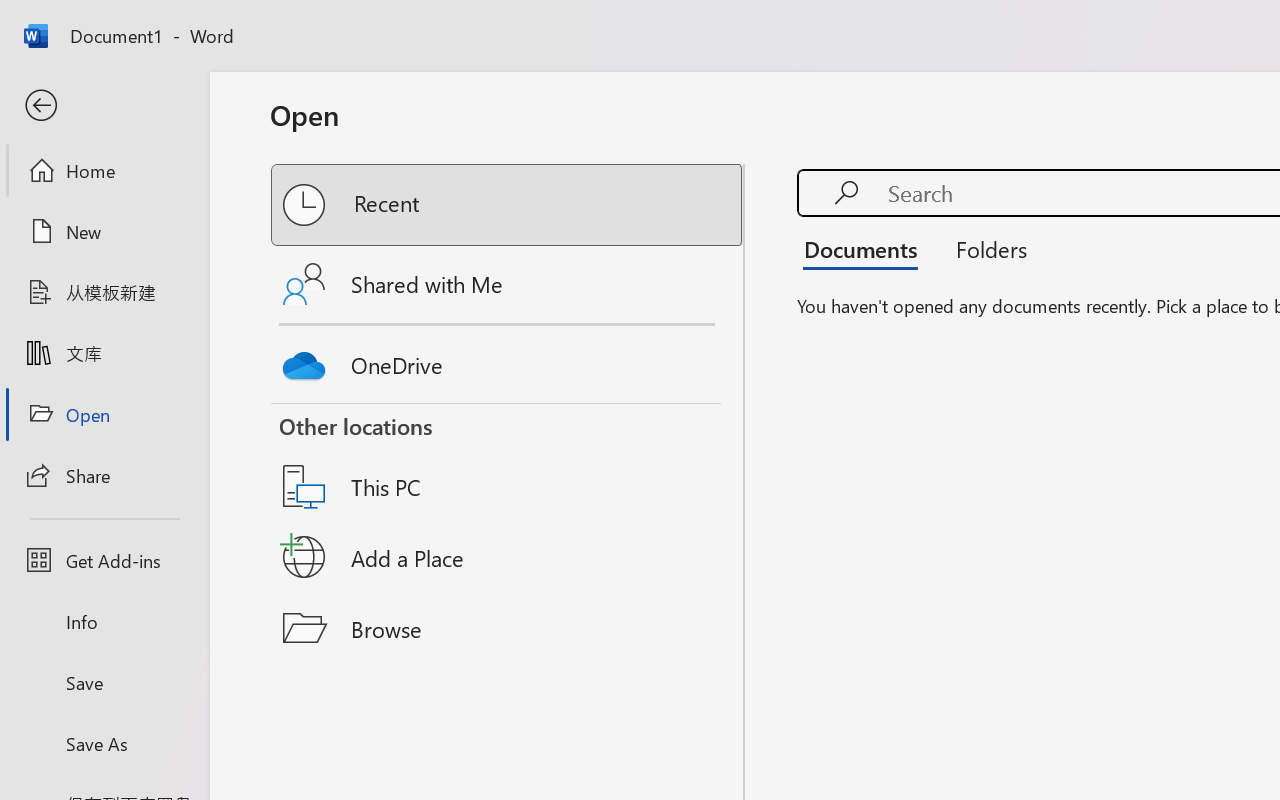 Image resolution: width=1280 pixels, height=800 pixels. What do you see at coordinates (103, 743) in the screenshot?
I see `'Save As'` at bounding box center [103, 743].